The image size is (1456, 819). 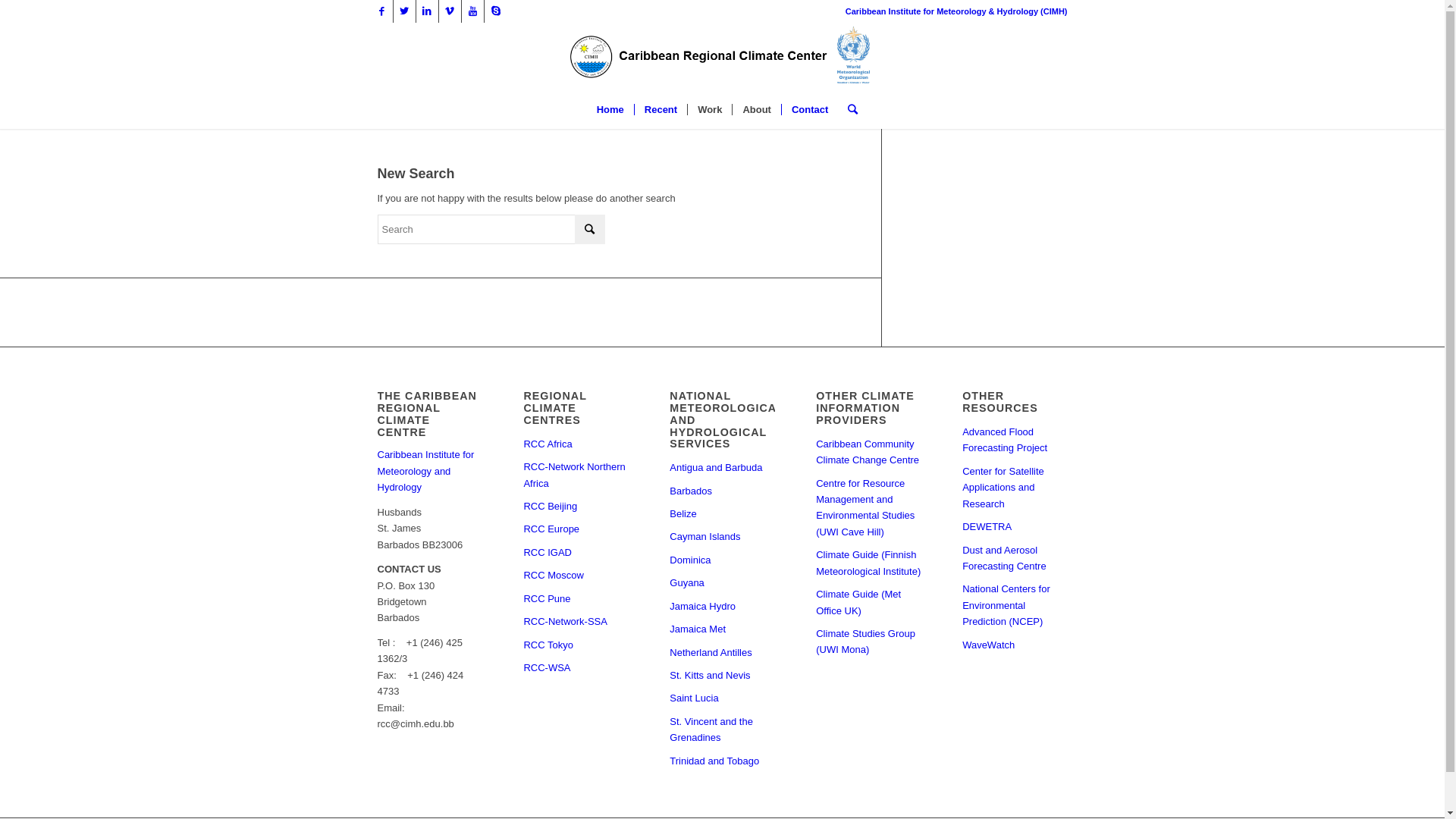 What do you see at coordinates (955, 11) in the screenshot?
I see `'Caribbean Institute for Meteorology & Hydrology (CIMH)'` at bounding box center [955, 11].